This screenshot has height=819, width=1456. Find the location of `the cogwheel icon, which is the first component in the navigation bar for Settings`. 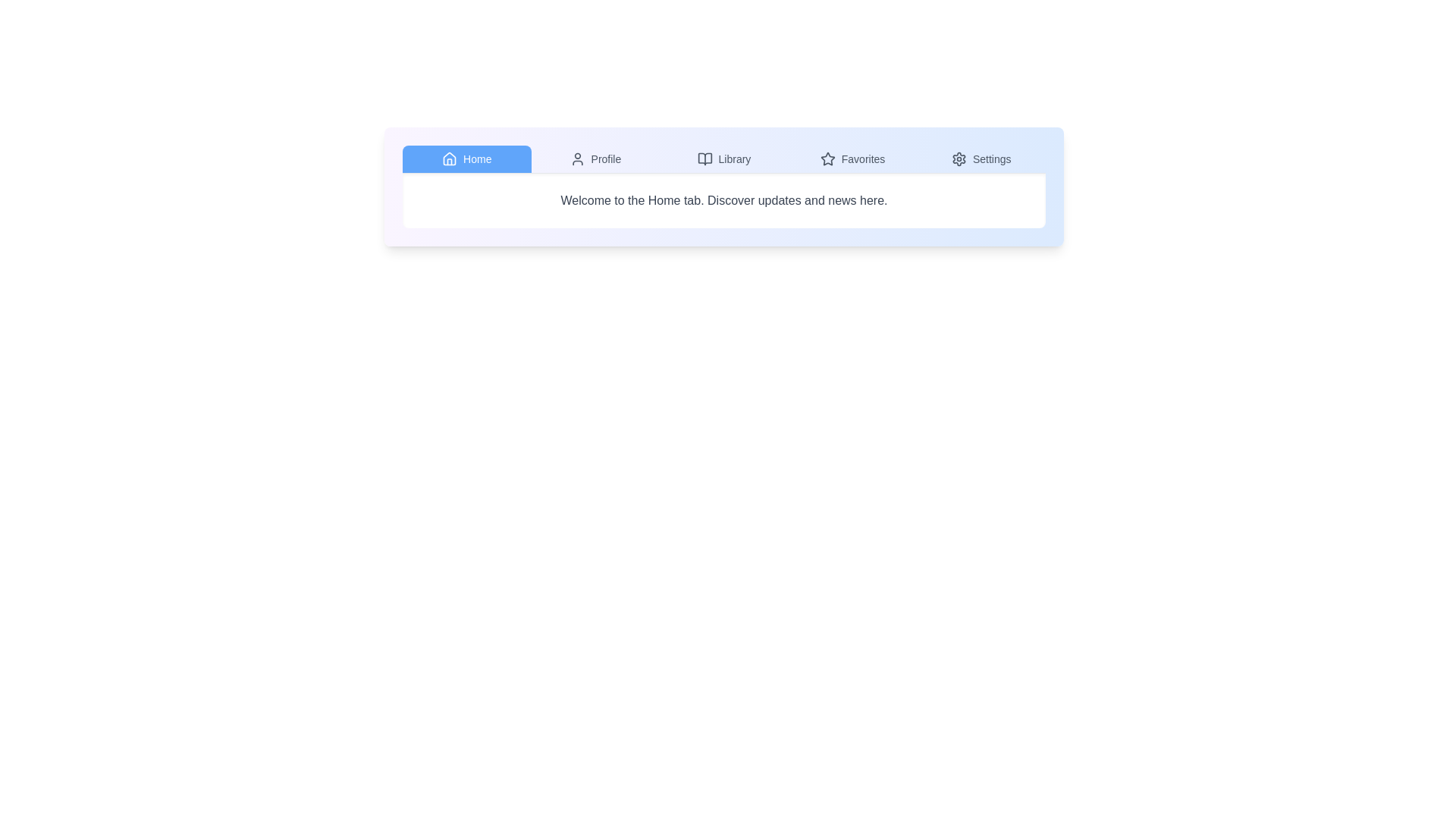

the cogwheel icon, which is the first component in the navigation bar for Settings is located at coordinates (958, 158).